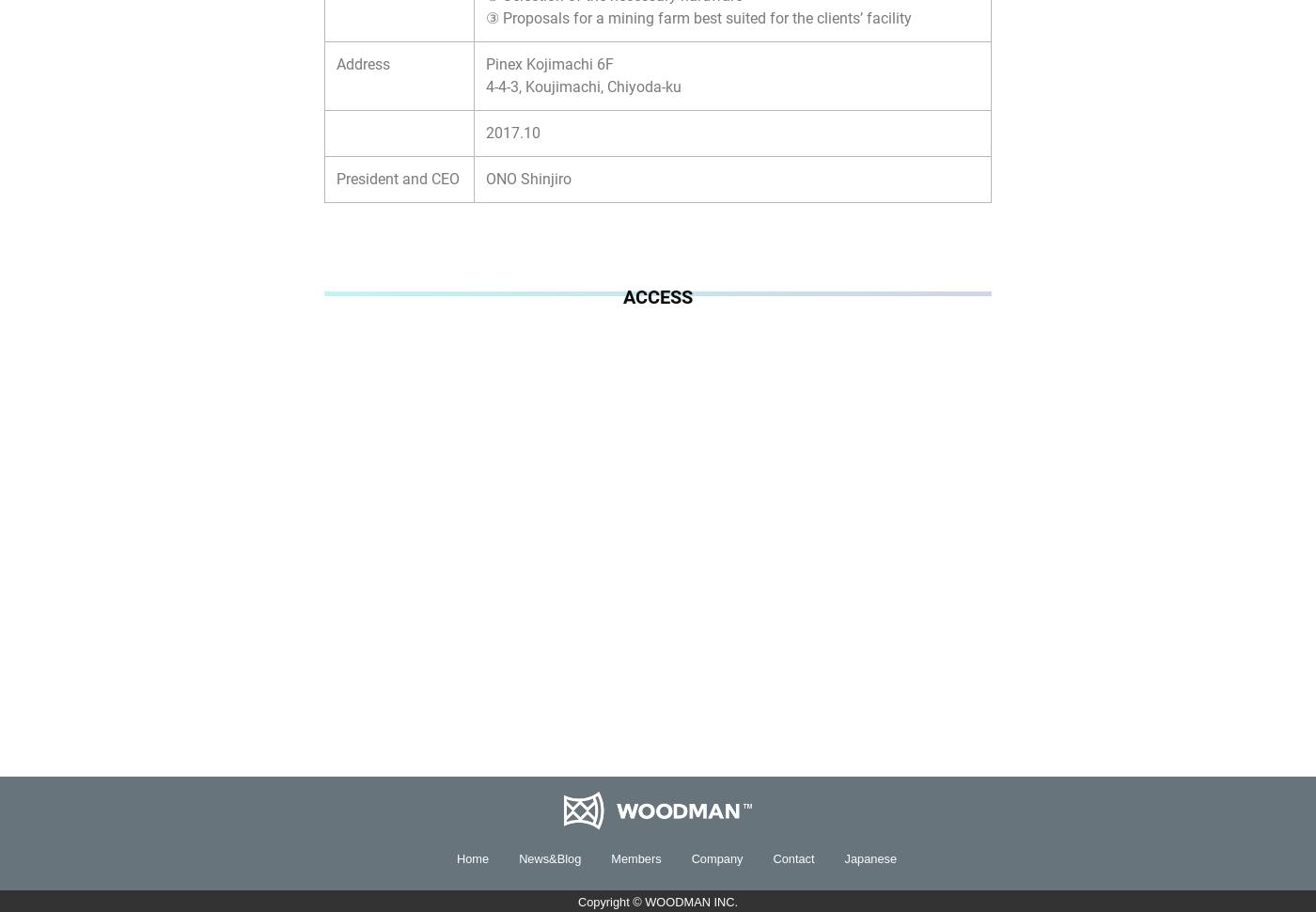  I want to click on 'Copyright © WOODMAN INC.', so click(657, 900).